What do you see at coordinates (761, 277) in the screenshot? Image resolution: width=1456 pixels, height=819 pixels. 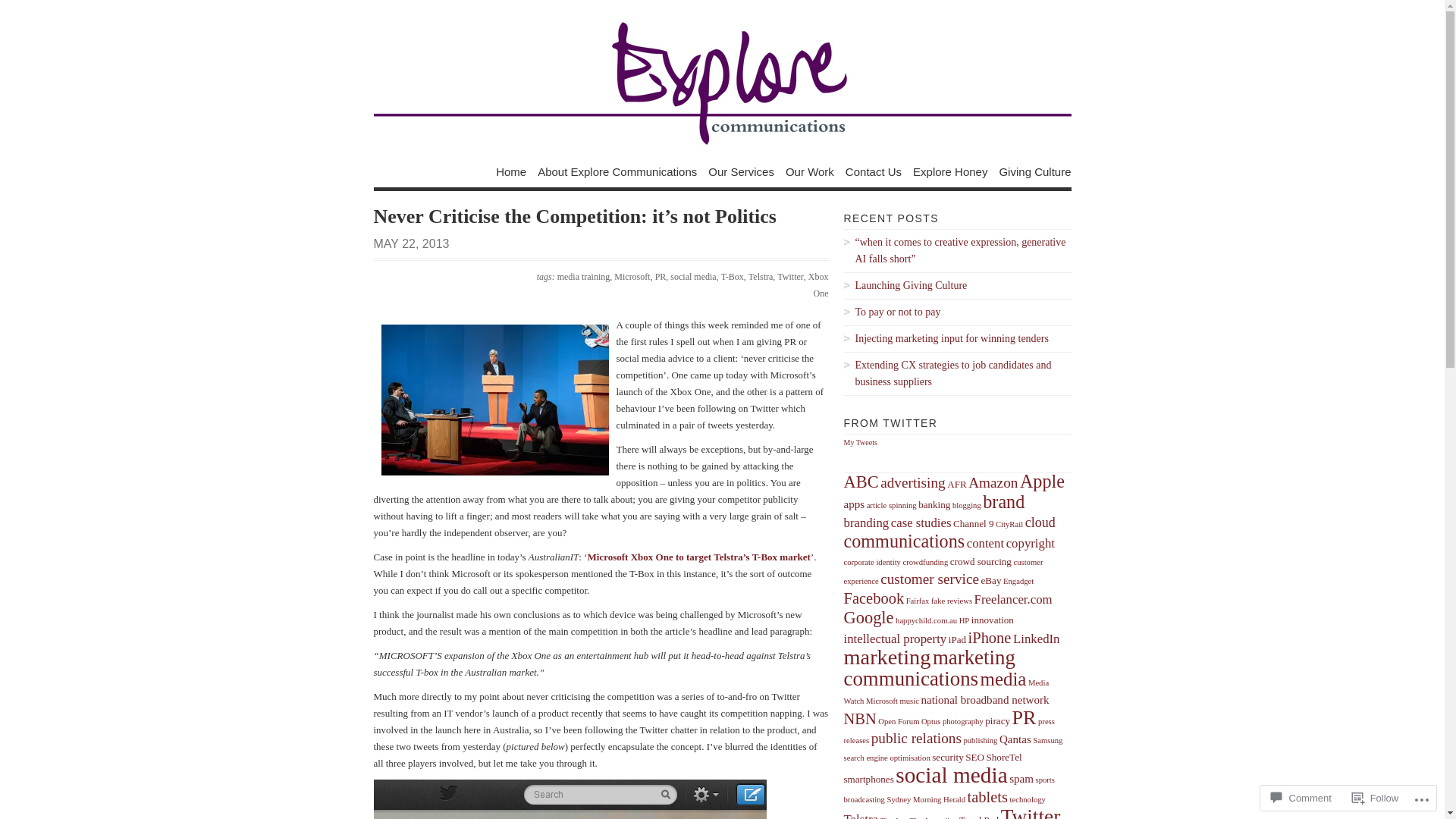 I see `'Telstra'` at bounding box center [761, 277].